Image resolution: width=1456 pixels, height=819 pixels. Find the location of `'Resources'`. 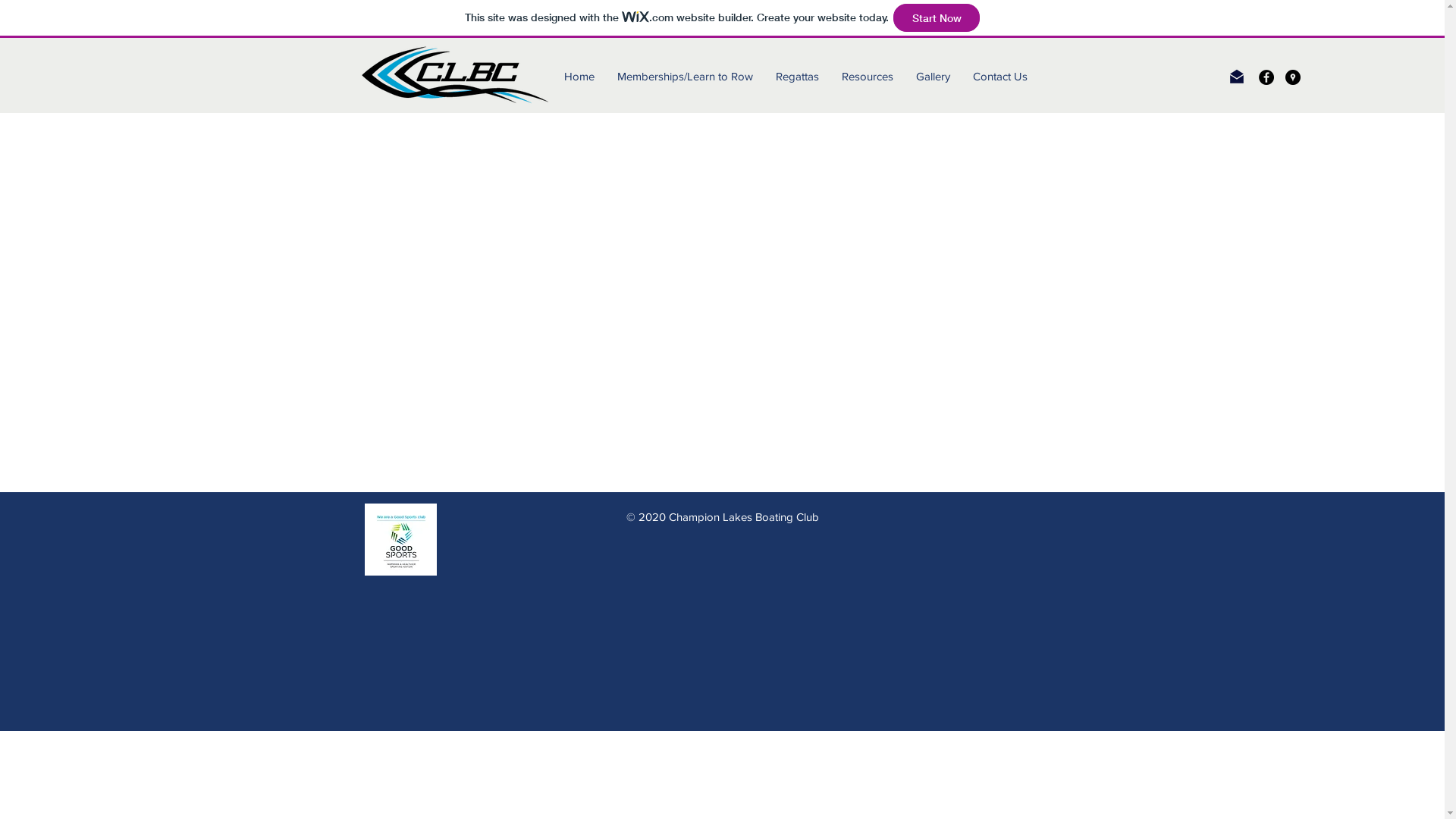

'Resources' is located at coordinates (867, 76).